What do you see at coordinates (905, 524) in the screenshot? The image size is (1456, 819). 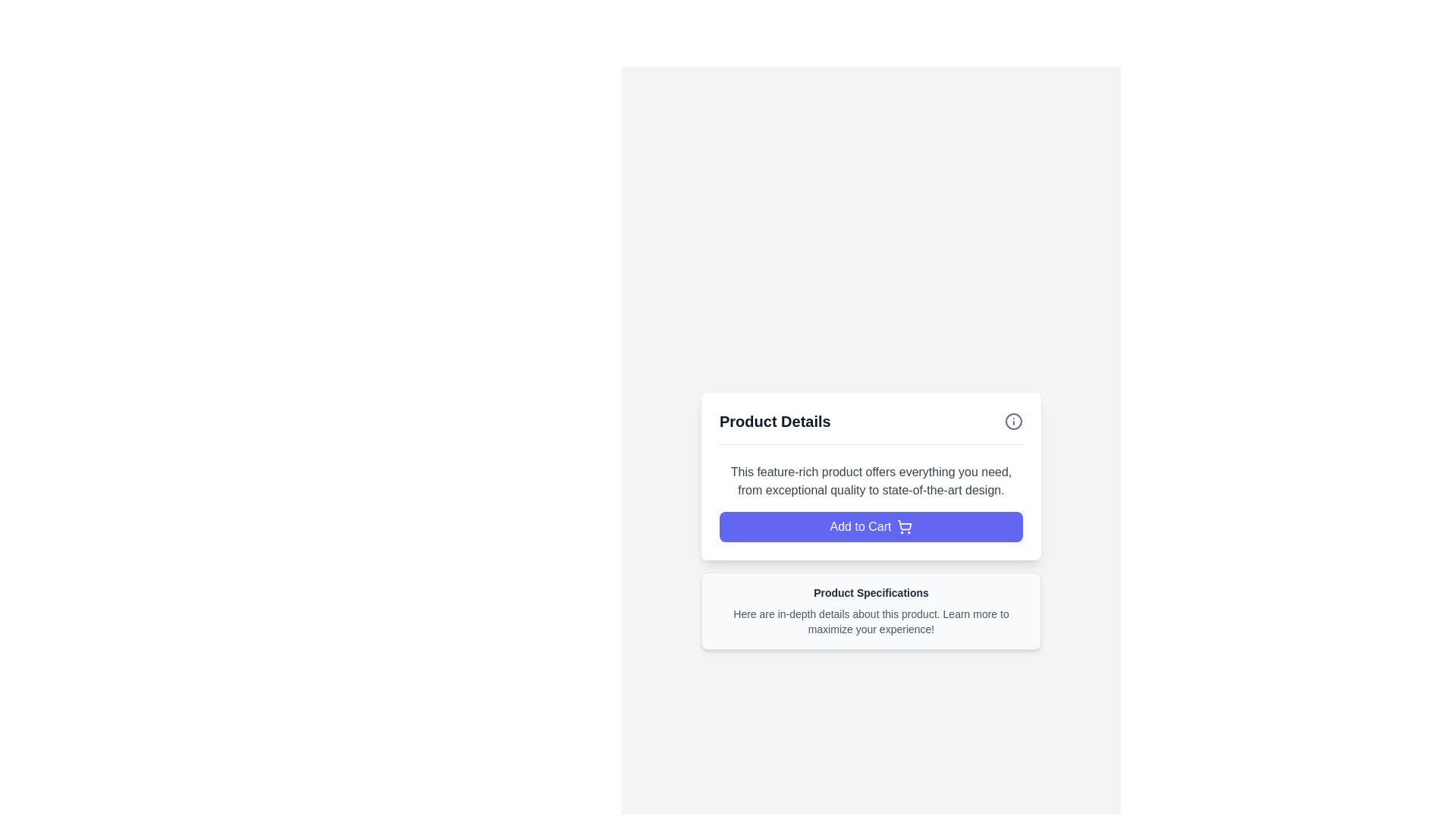 I see `shopping cart icon located slightly to the right of the 'Add to Cart' button's text, which visually represents the action of adding an item to the shopping cart` at bounding box center [905, 524].